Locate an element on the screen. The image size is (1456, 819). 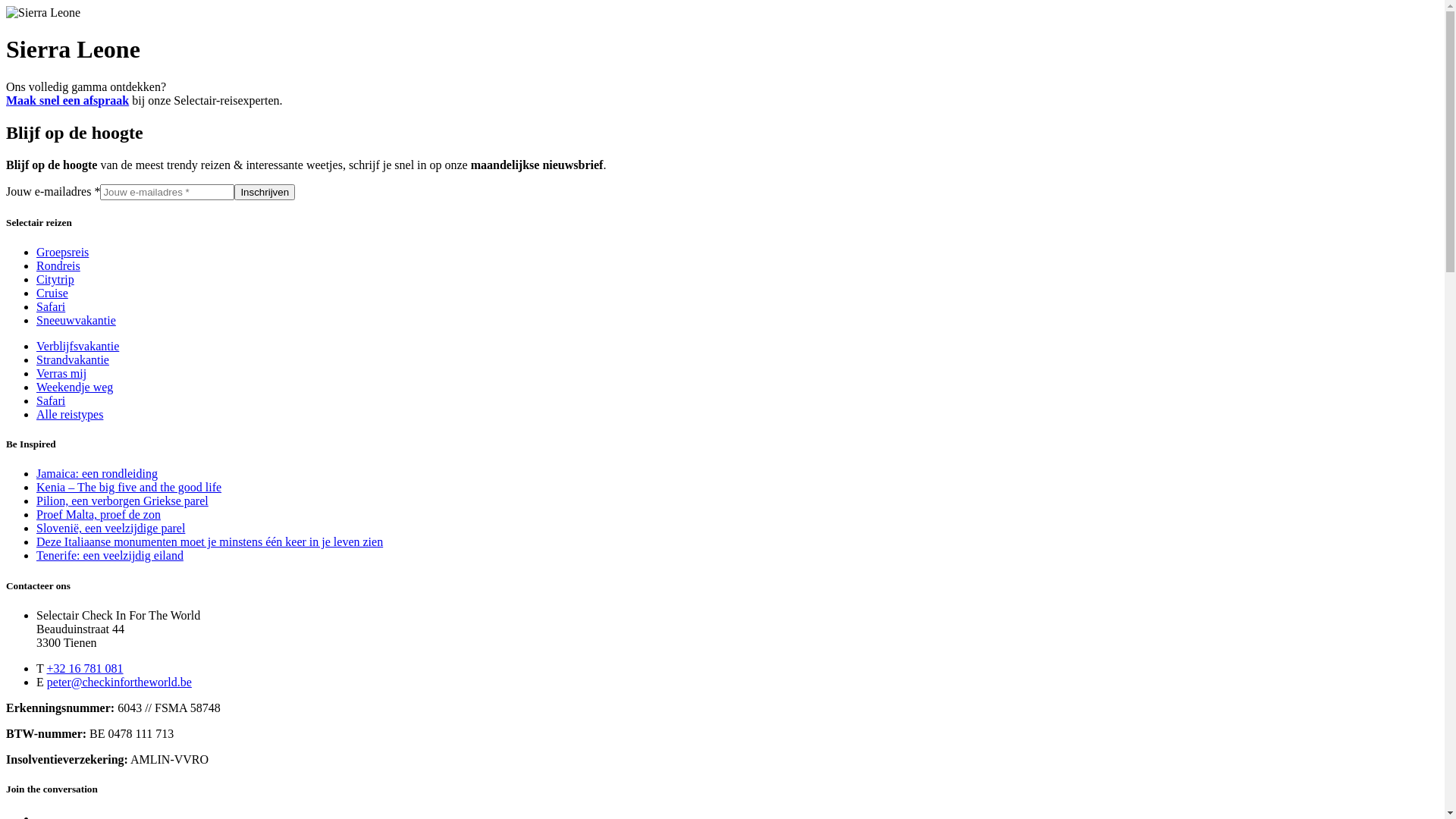
'Tenerife: een veelzijdig eiland' is located at coordinates (108, 555).